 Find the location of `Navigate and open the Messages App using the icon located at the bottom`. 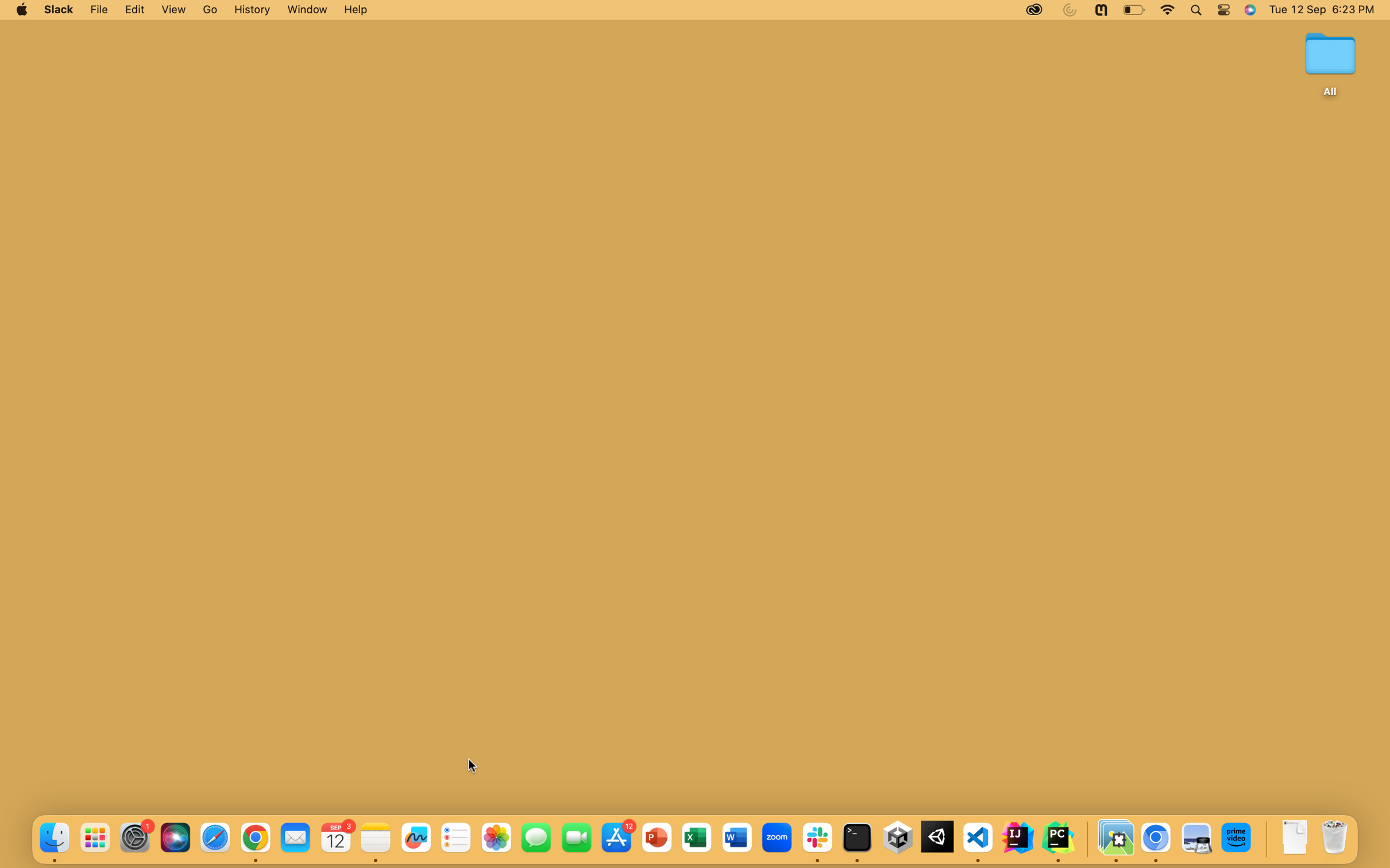

Navigate and open the Messages App using the icon located at the bottom is located at coordinates (535, 837).